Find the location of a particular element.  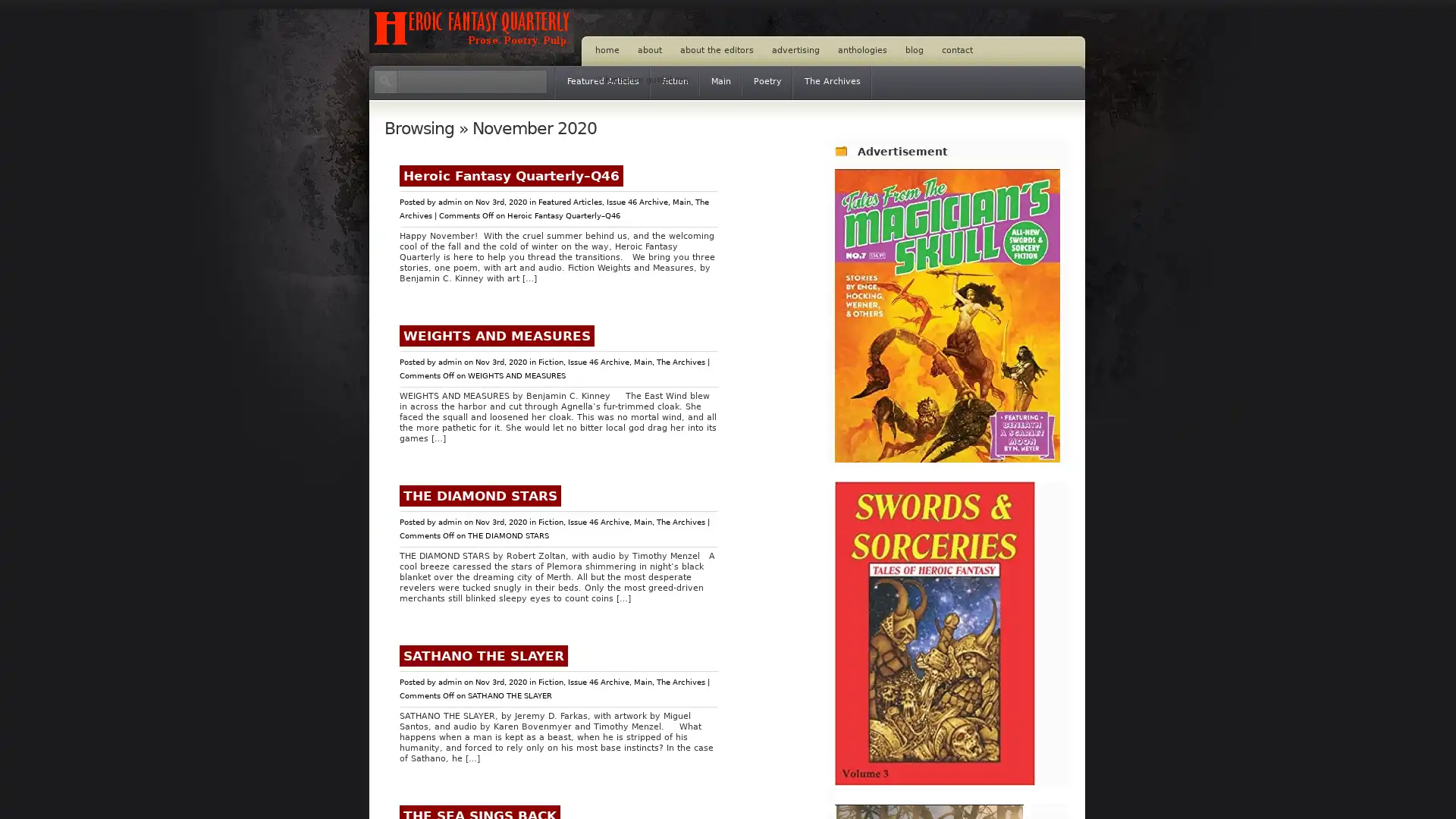

Search is located at coordinates (385, 82).